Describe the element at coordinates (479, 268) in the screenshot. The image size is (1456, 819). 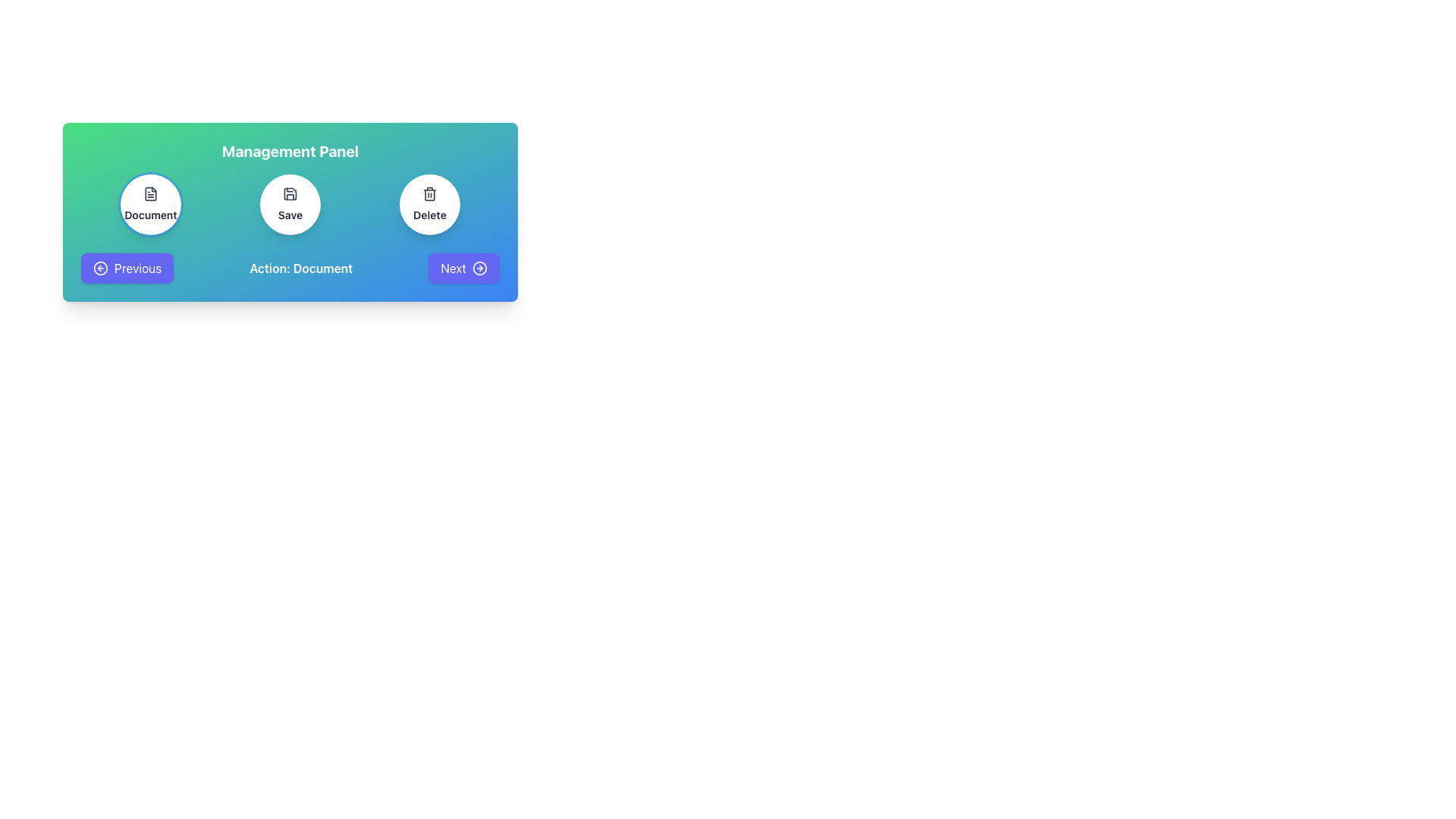
I see `the circular SVG element located within the 'Next' button at the bottom-right corner of the main panel` at that location.